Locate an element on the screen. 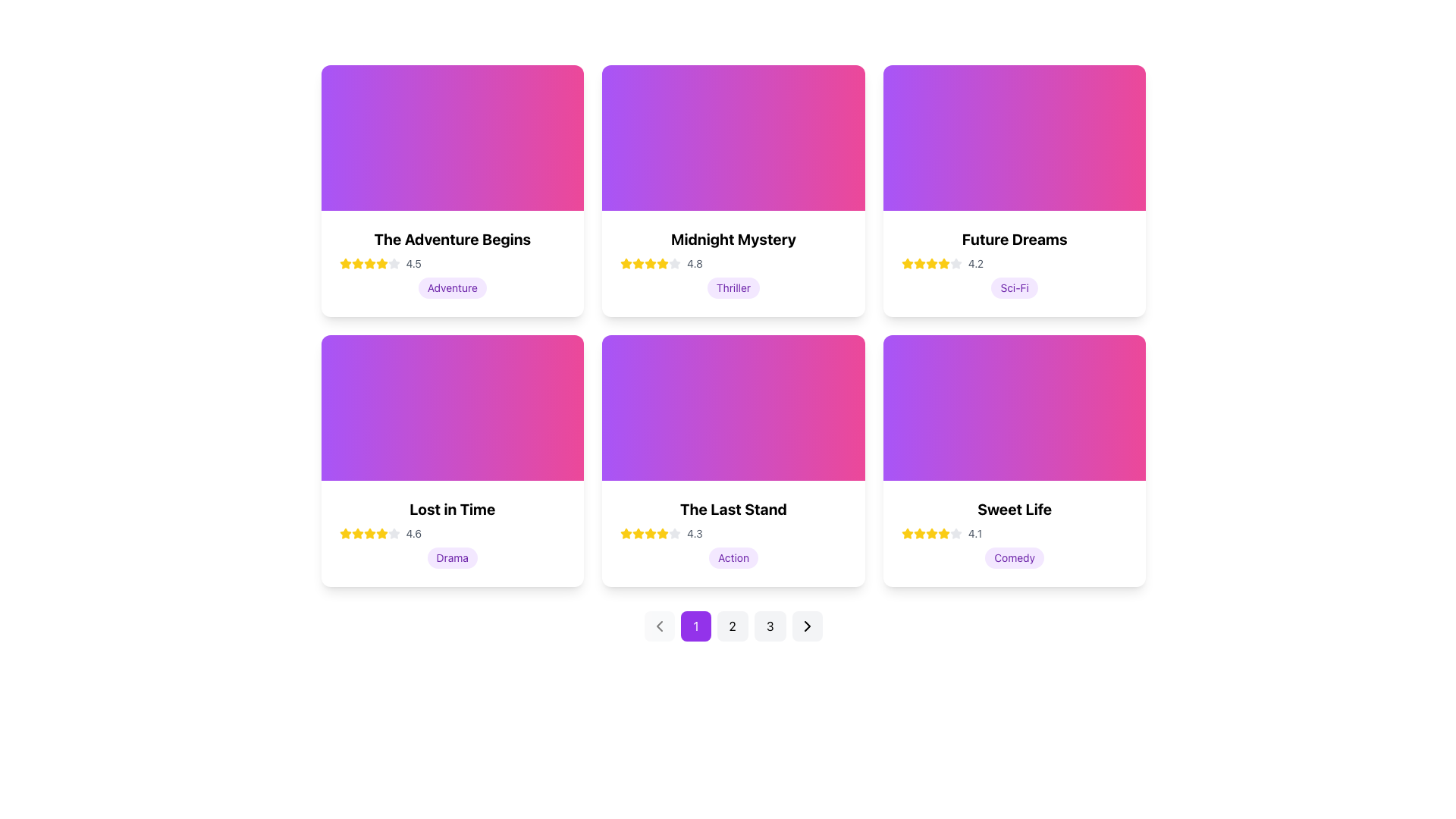  the second star-shaped icon in the ratings section of the card titled 'The Adventure Begins' to rate it is located at coordinates (394, 262).